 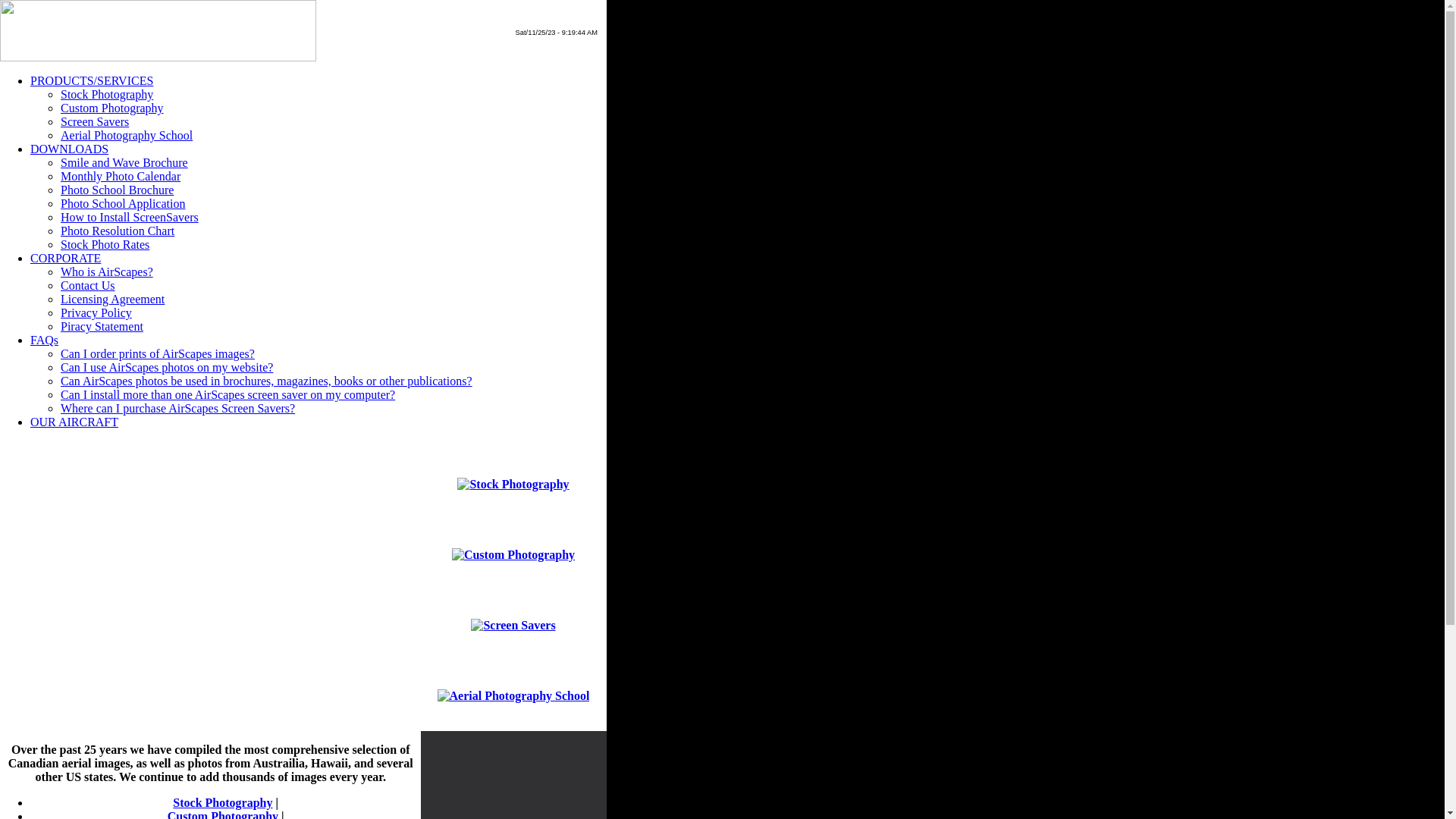 What do you see at coordinates (105, 271) in the screenshot?
I see `'Who is AirScapes?'` at bounding box center [105, 271].